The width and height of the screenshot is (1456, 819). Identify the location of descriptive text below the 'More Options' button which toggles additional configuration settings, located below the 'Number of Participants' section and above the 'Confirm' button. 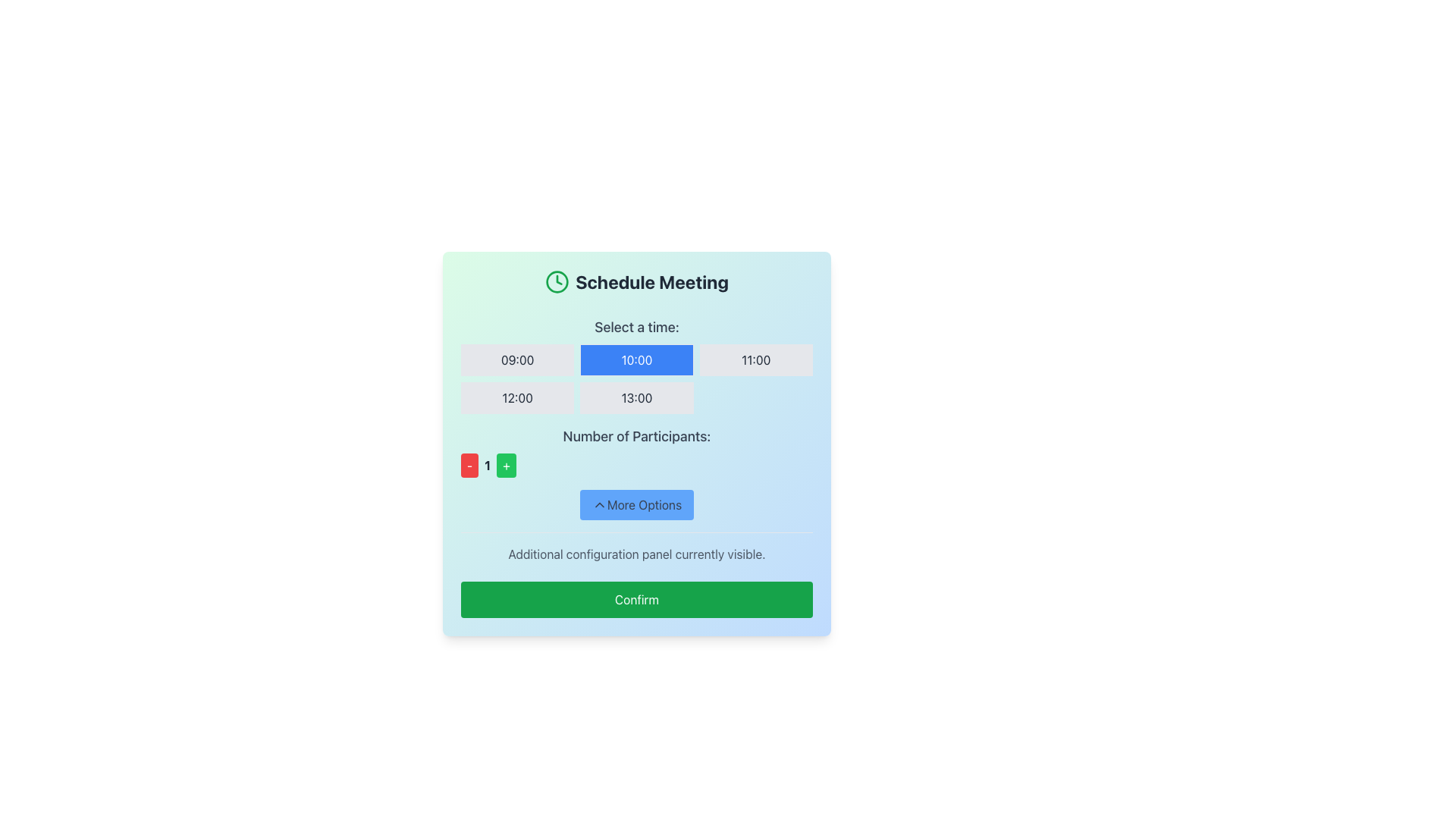
(637, 526).